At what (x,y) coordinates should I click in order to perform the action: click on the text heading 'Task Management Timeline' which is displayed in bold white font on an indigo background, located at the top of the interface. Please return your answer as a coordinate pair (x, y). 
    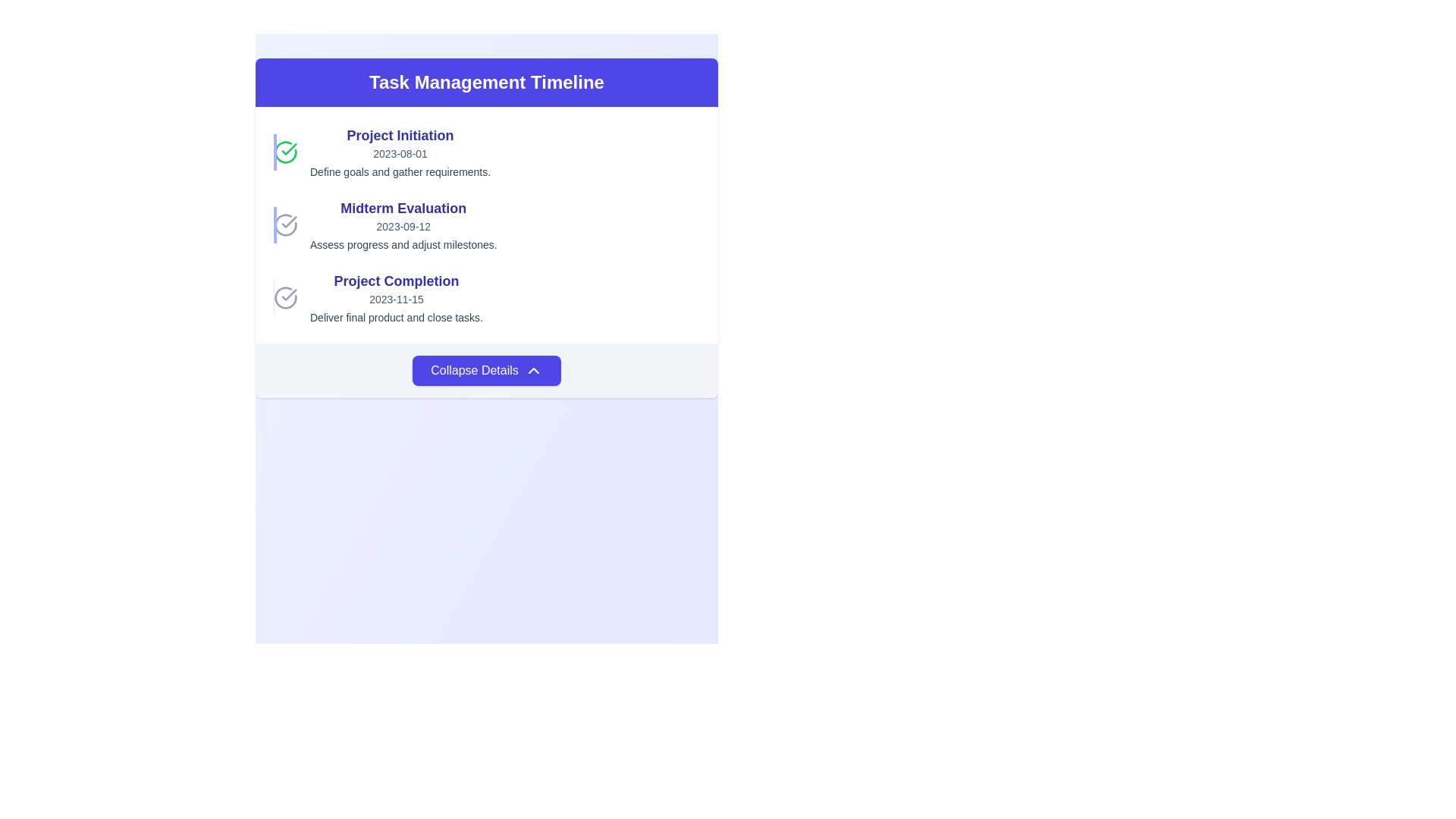
    Looking at the image, I should click on (487, 82).